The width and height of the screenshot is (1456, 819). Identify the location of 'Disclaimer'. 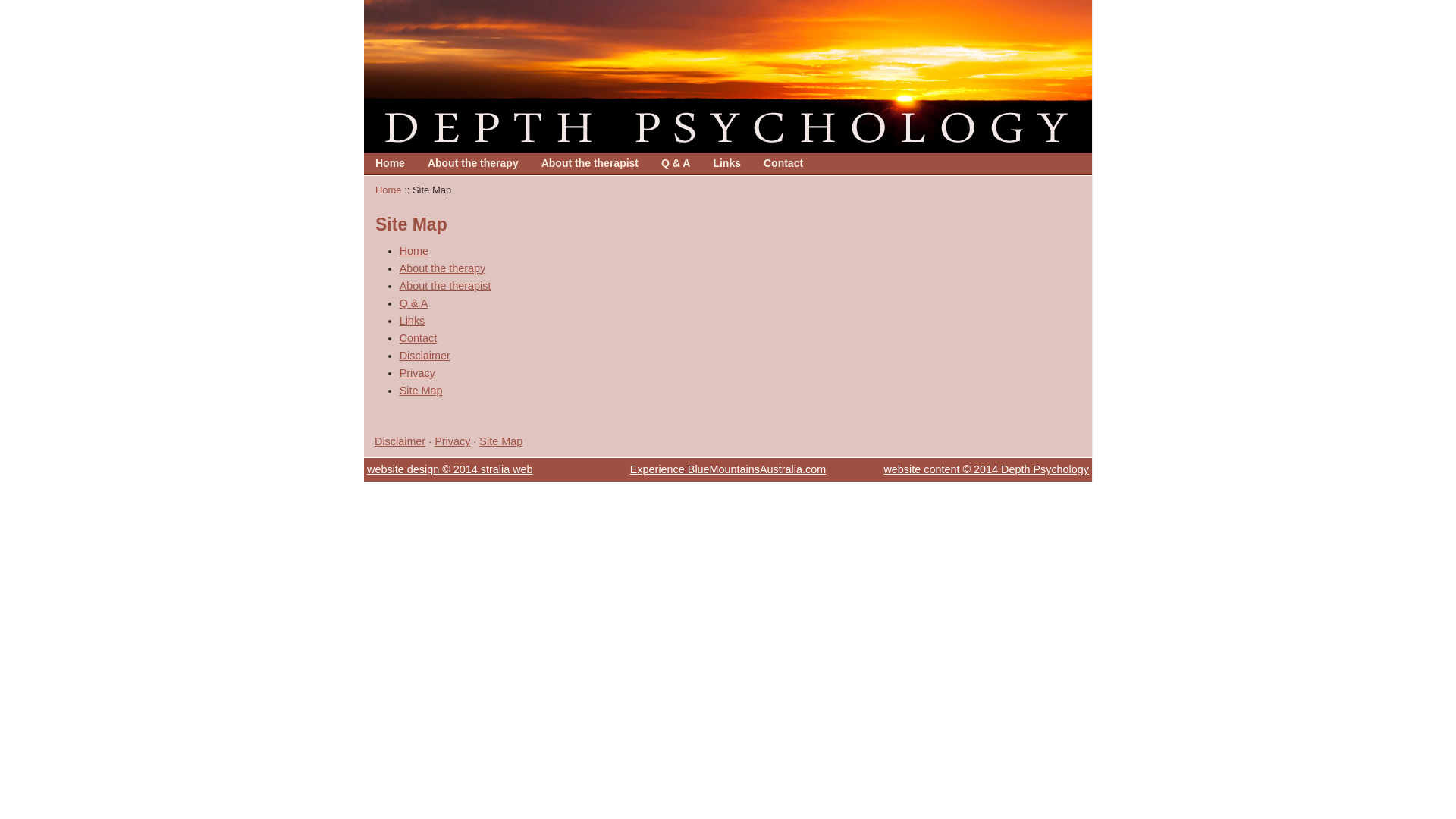
(400, 441).